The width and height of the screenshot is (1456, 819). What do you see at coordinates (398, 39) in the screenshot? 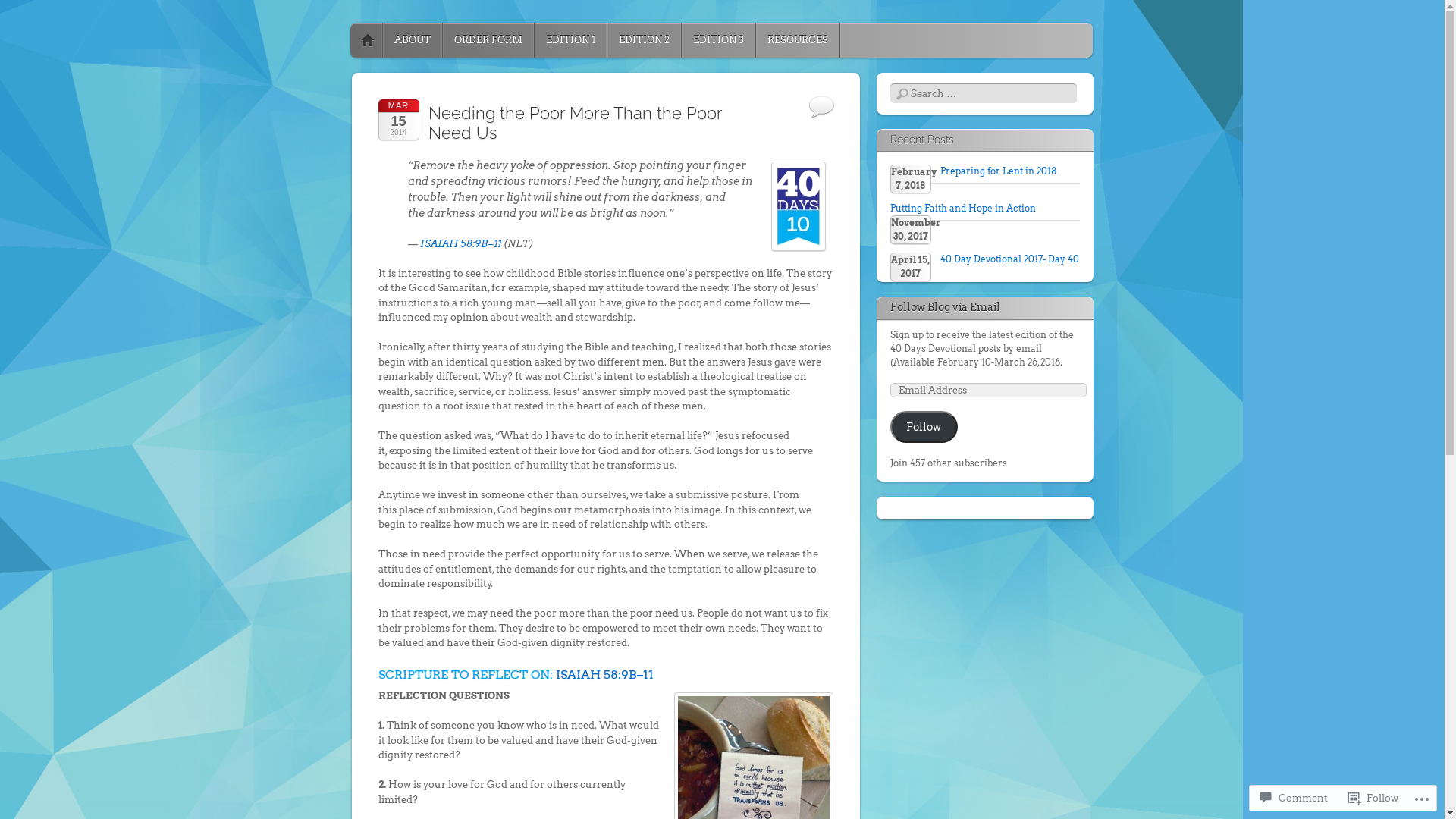
I see `'Skip to content'` at bounding box center [398, 39].